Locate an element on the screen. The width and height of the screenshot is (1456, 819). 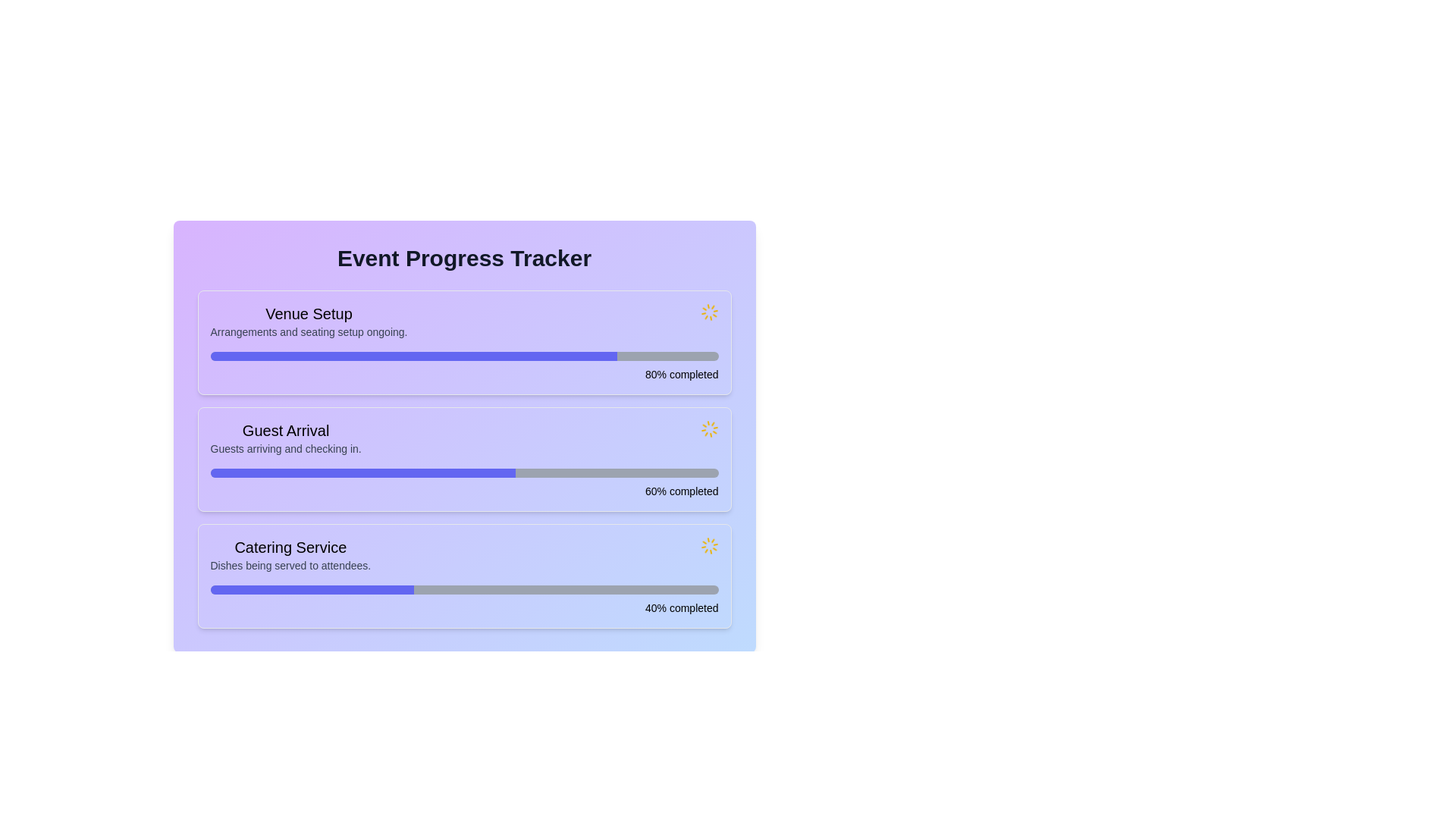
the title header for the 'Catering Service' progress section, which is positioned in the bottom-most section of the progress tracker interface is located at coordinates (290, 547).